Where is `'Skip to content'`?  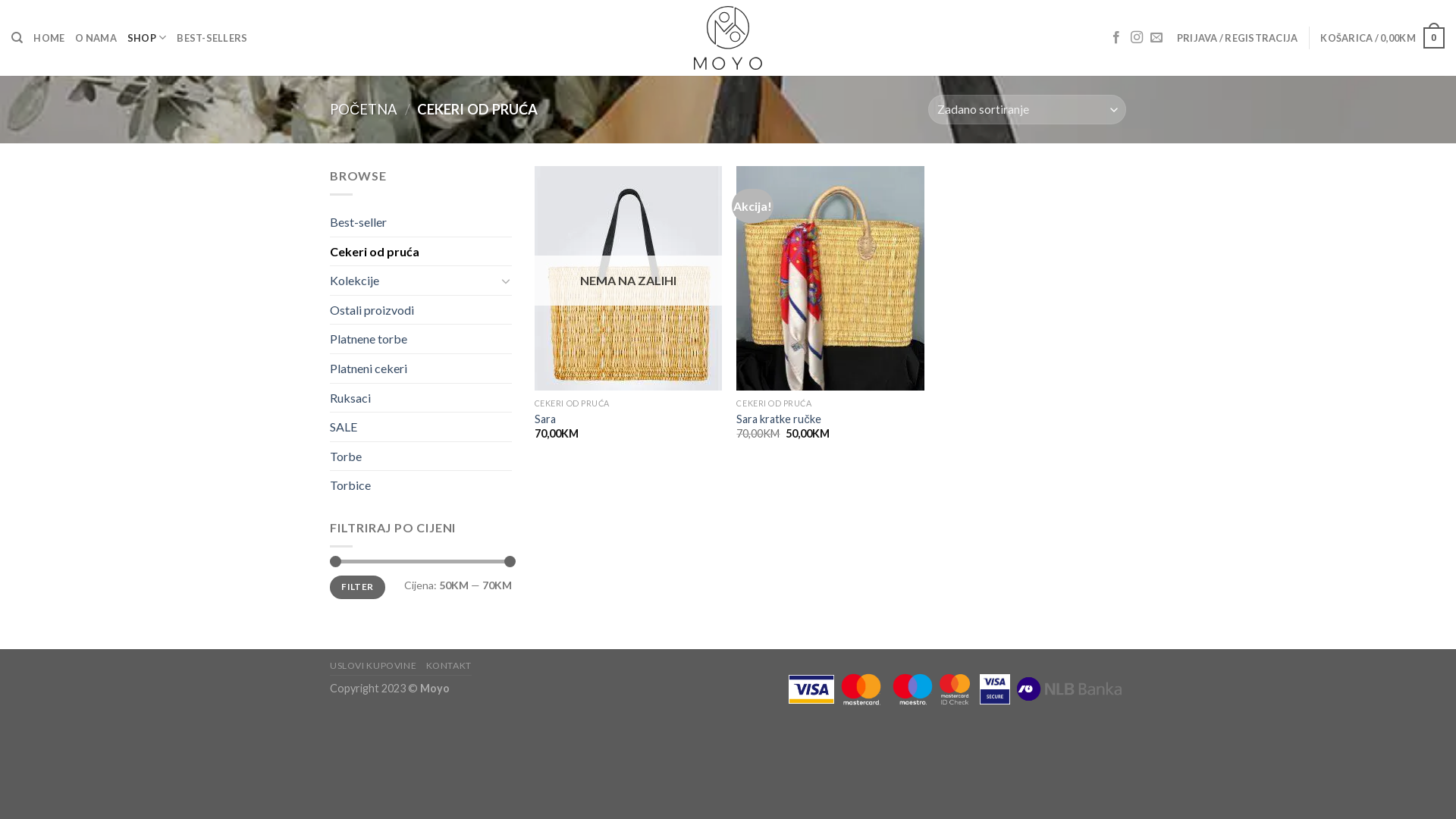 'Skip to content' is located at coordinates (0, 0).